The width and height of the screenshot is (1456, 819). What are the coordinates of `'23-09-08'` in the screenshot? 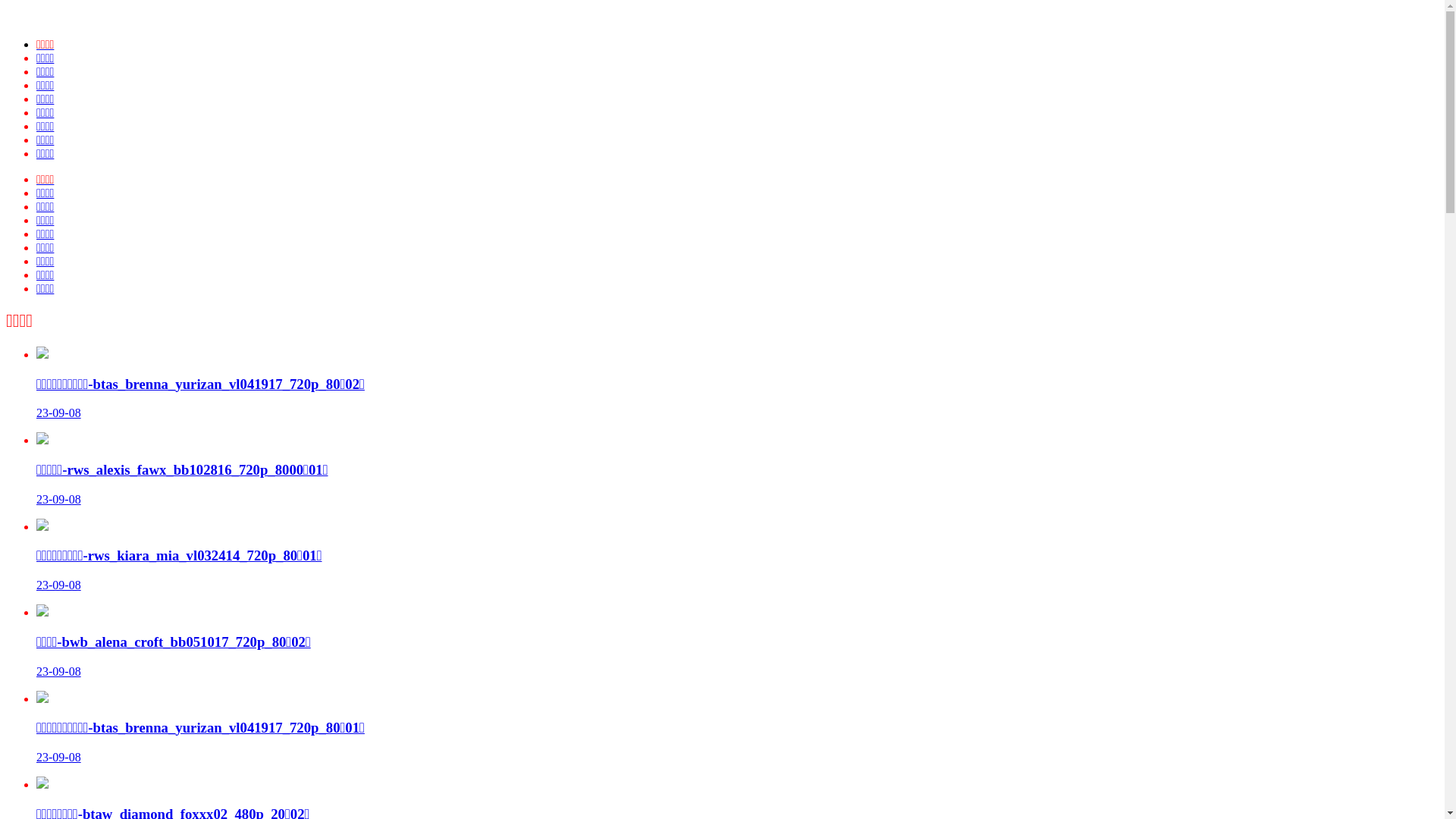 It's located at (58, 413).